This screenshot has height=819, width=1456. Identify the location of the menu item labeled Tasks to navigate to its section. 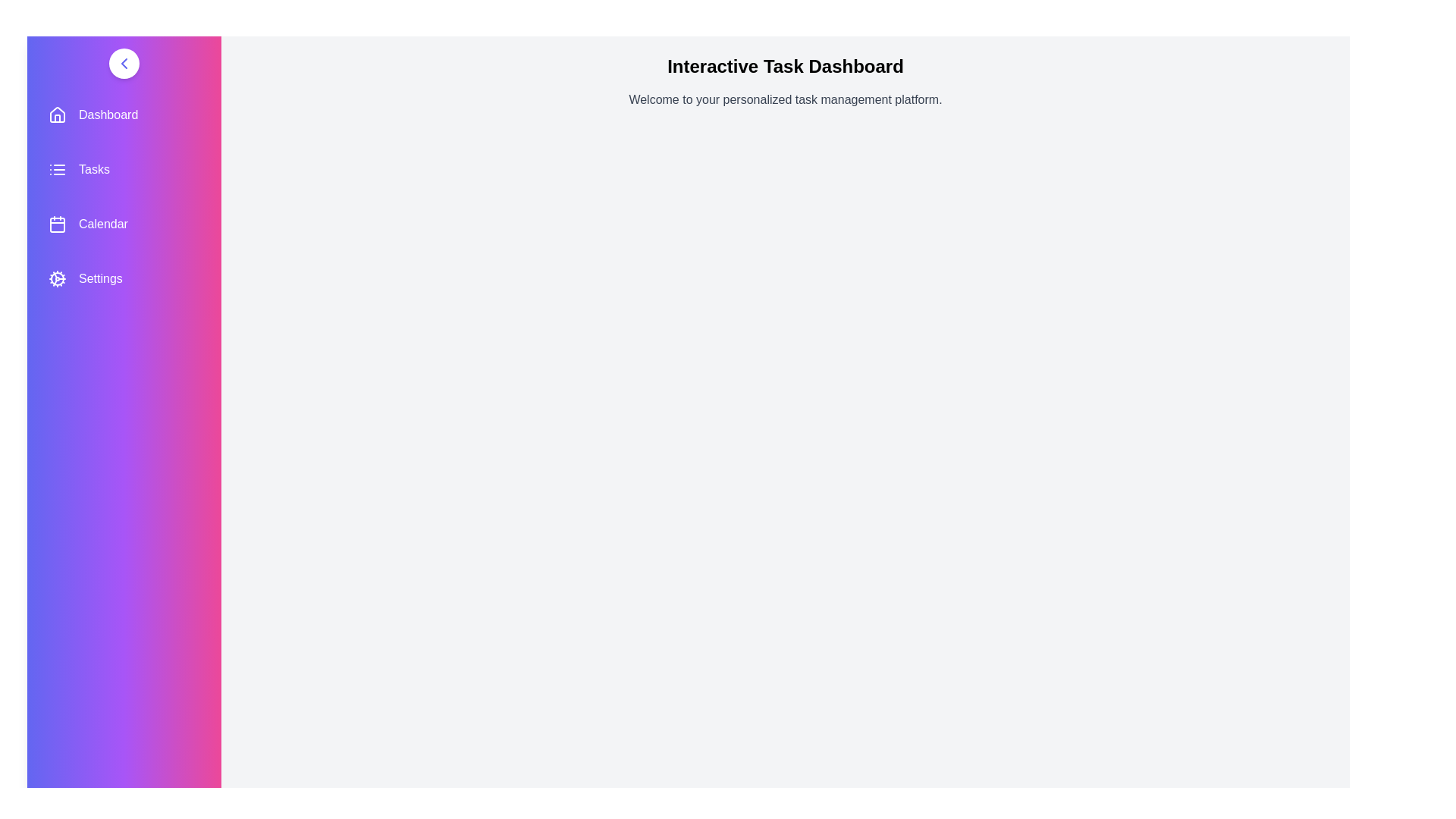
(124, 169).